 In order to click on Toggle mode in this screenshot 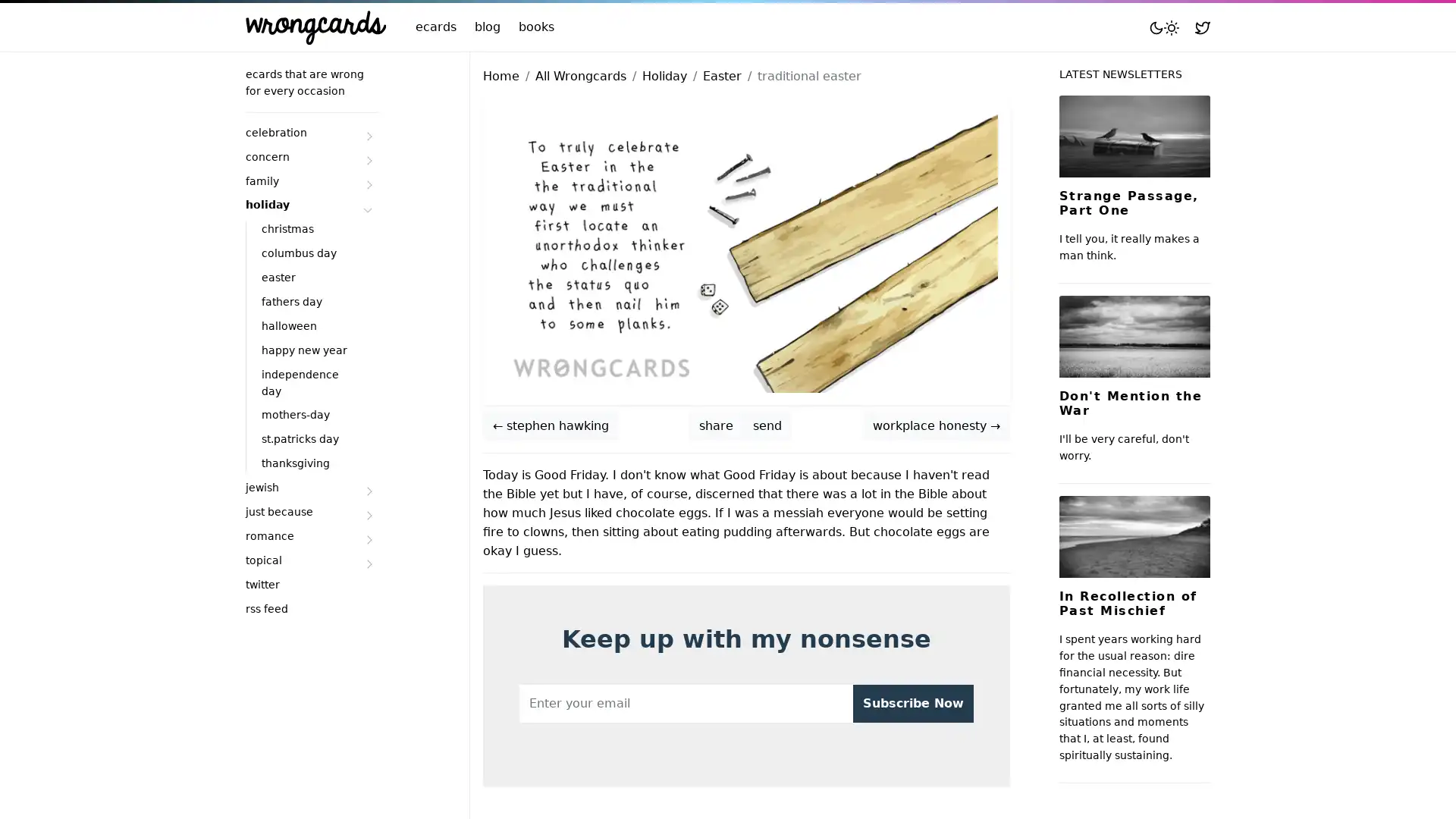, I will do `click(1163, 27)`.